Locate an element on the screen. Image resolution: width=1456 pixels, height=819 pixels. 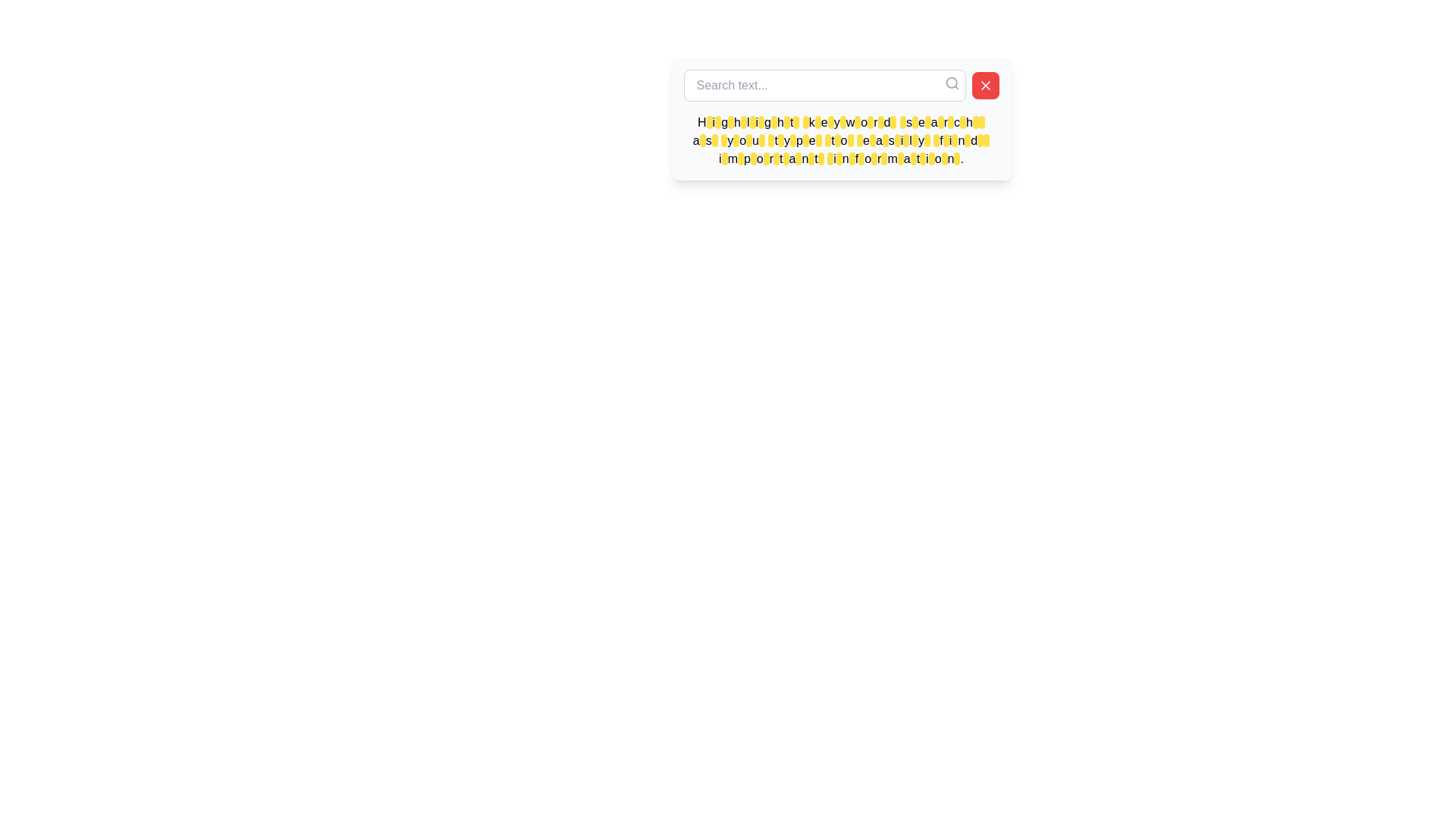
the decorative highlight segment with a yellow background and black border that highlights the letter 'p' in the word 'type', located in the second row of yellow-highlighted text segments is located at coordinates (792, 140).